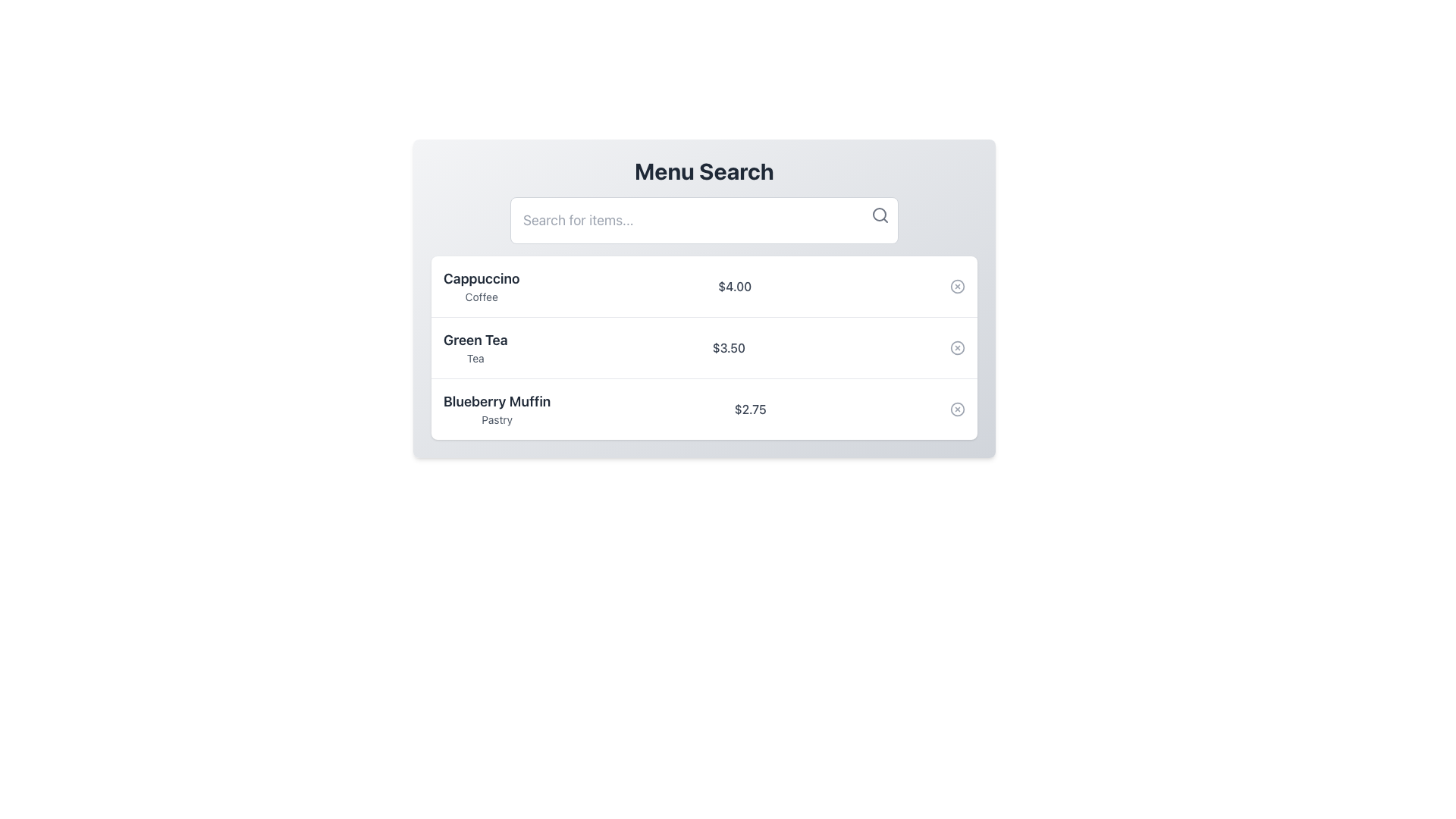  I want to click on the static text label displaying 'Tea' located in the second item row of the 'Menu Search' interface, beneath the heading 'Green Tea', so click(475, 359).